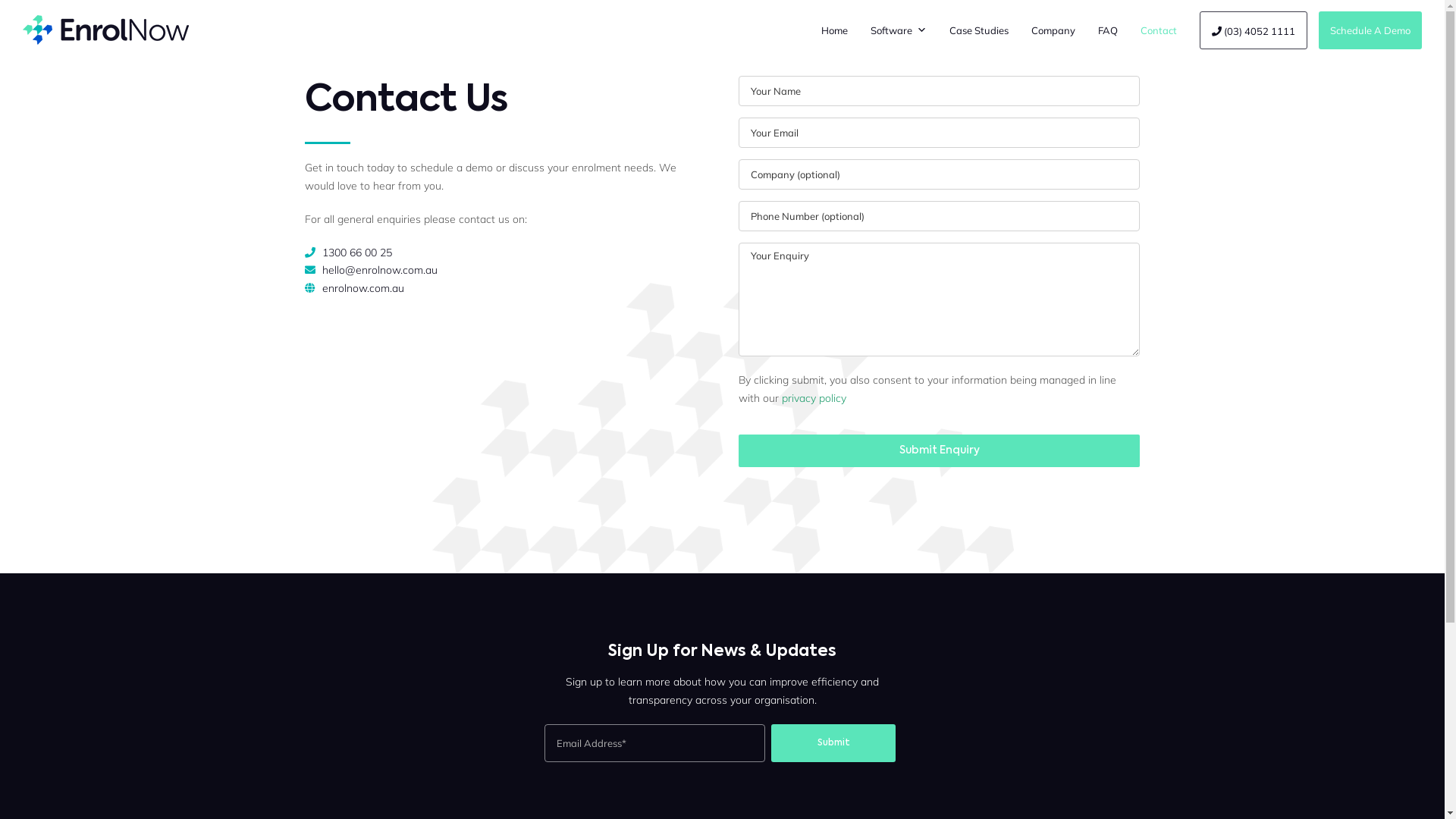  Describe the element at coordinates (899, 30) in the screenshot. I see `'Software'` at that location.